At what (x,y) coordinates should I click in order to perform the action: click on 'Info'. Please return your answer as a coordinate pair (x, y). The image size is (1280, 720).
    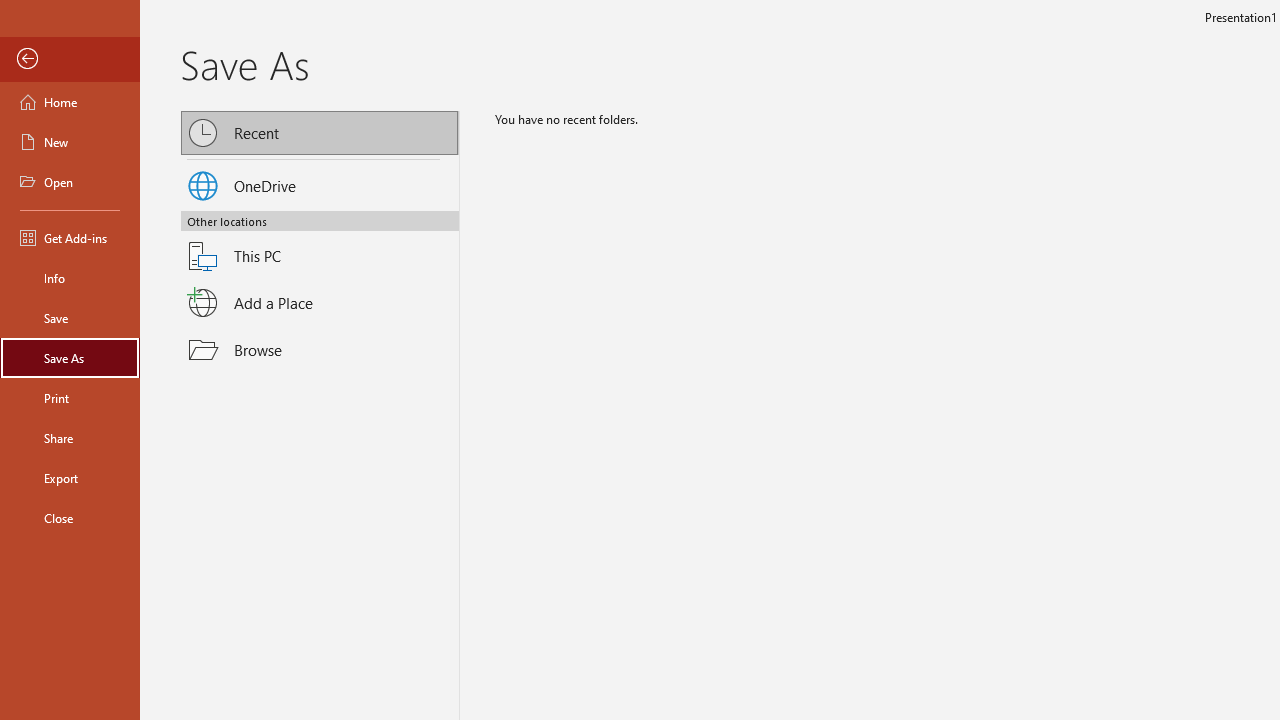
    Looking at the image, I should click on (69, 277).